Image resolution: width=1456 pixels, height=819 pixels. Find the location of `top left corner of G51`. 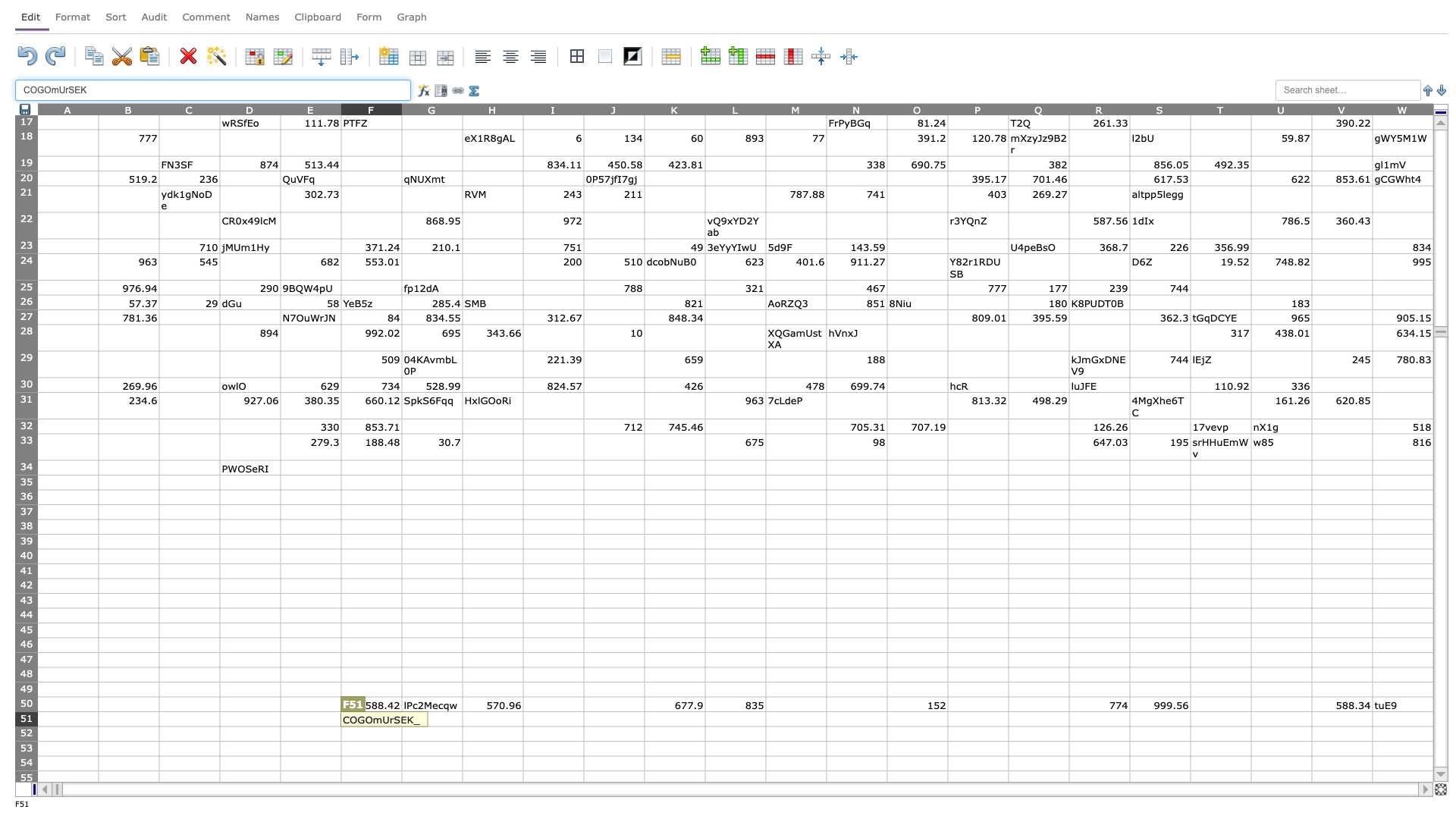

top left corner of G51 is located at coordinates (401, 711).